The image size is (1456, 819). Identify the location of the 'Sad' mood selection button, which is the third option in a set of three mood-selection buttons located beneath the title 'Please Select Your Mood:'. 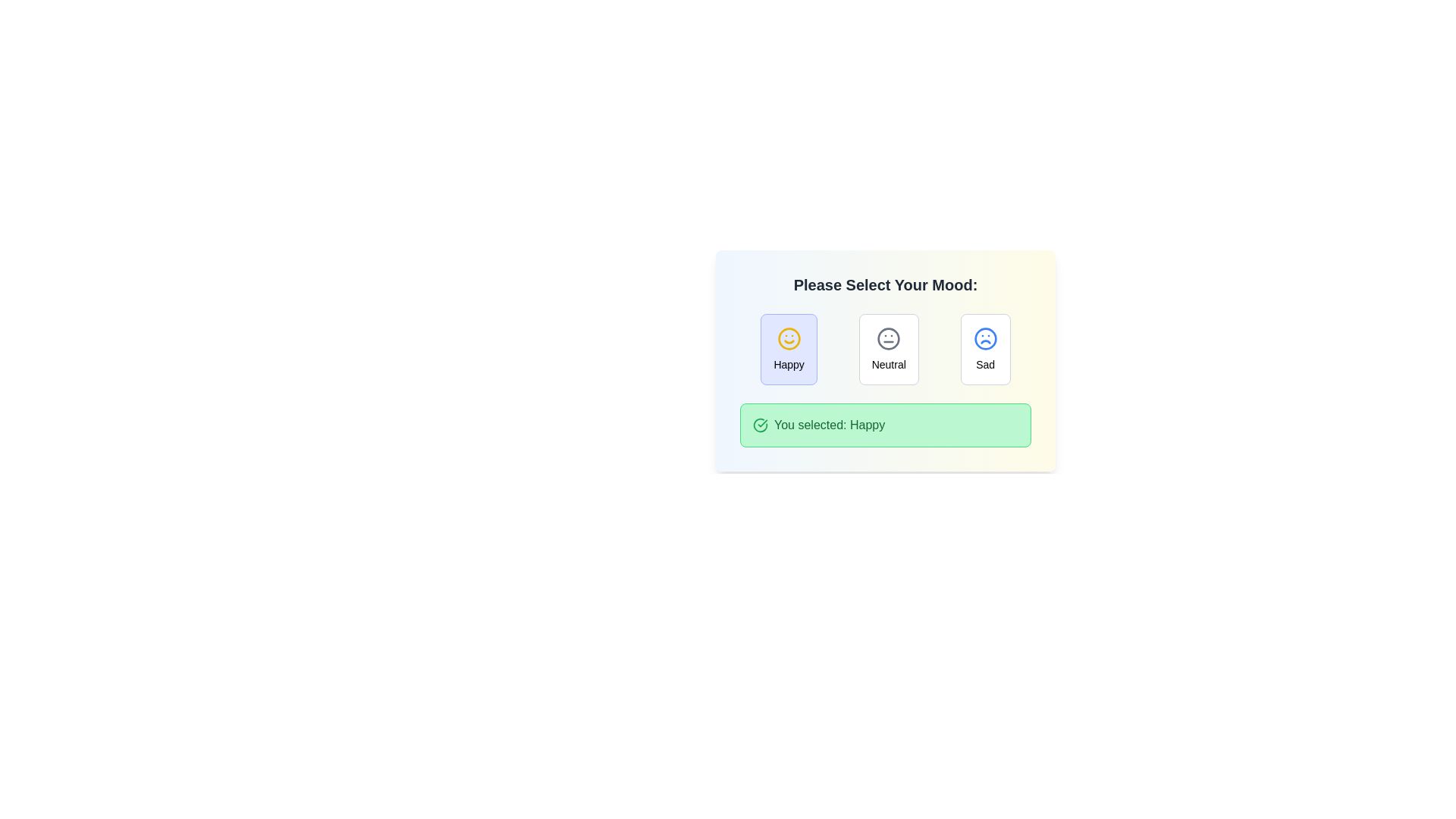
(985, 350).